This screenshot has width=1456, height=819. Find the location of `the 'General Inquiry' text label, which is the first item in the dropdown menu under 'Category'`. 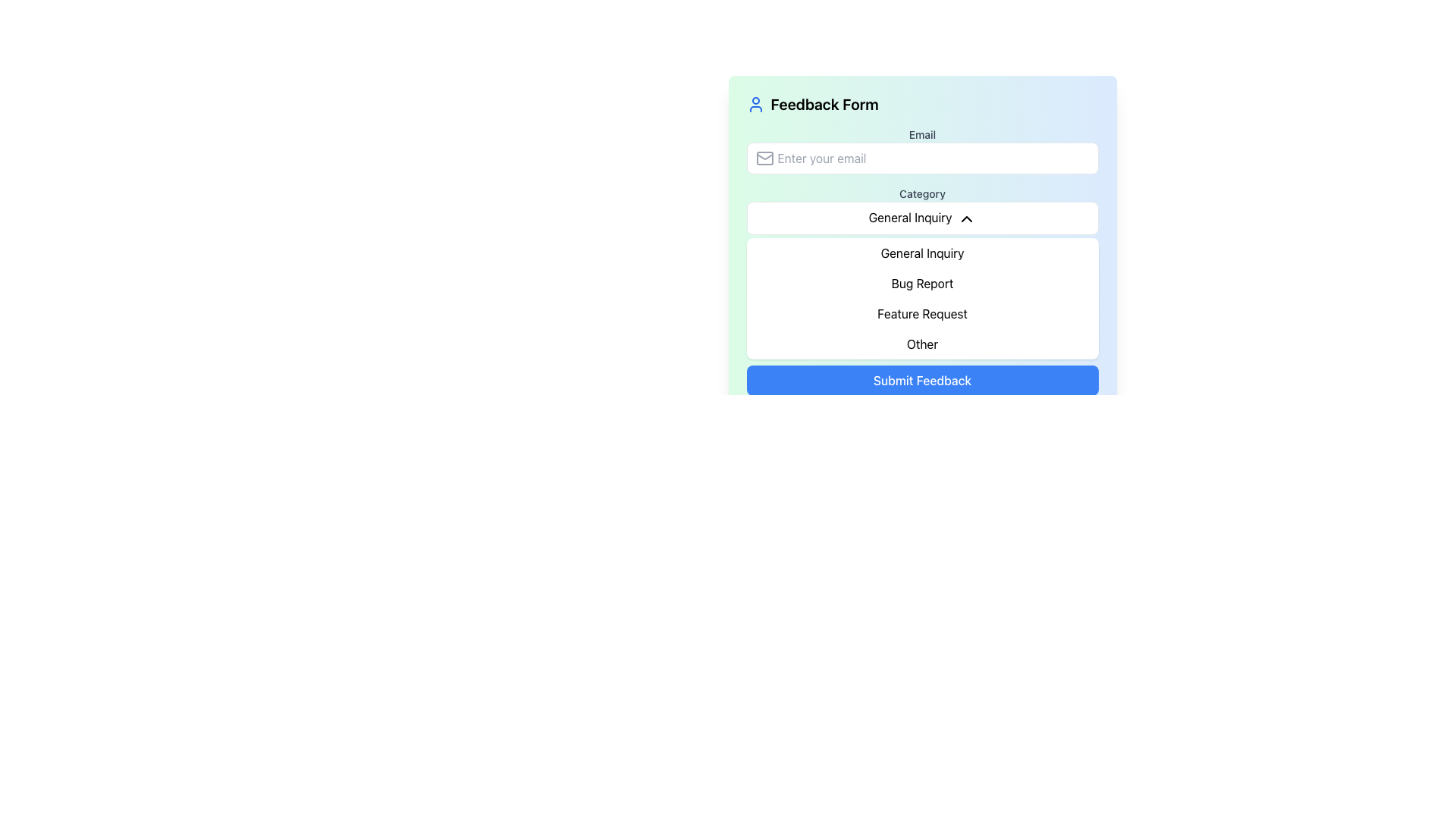

the 'General Inquiry' text label, which is the first item in the dropdown menu under 'Category' is located at coordinates (921, 252).